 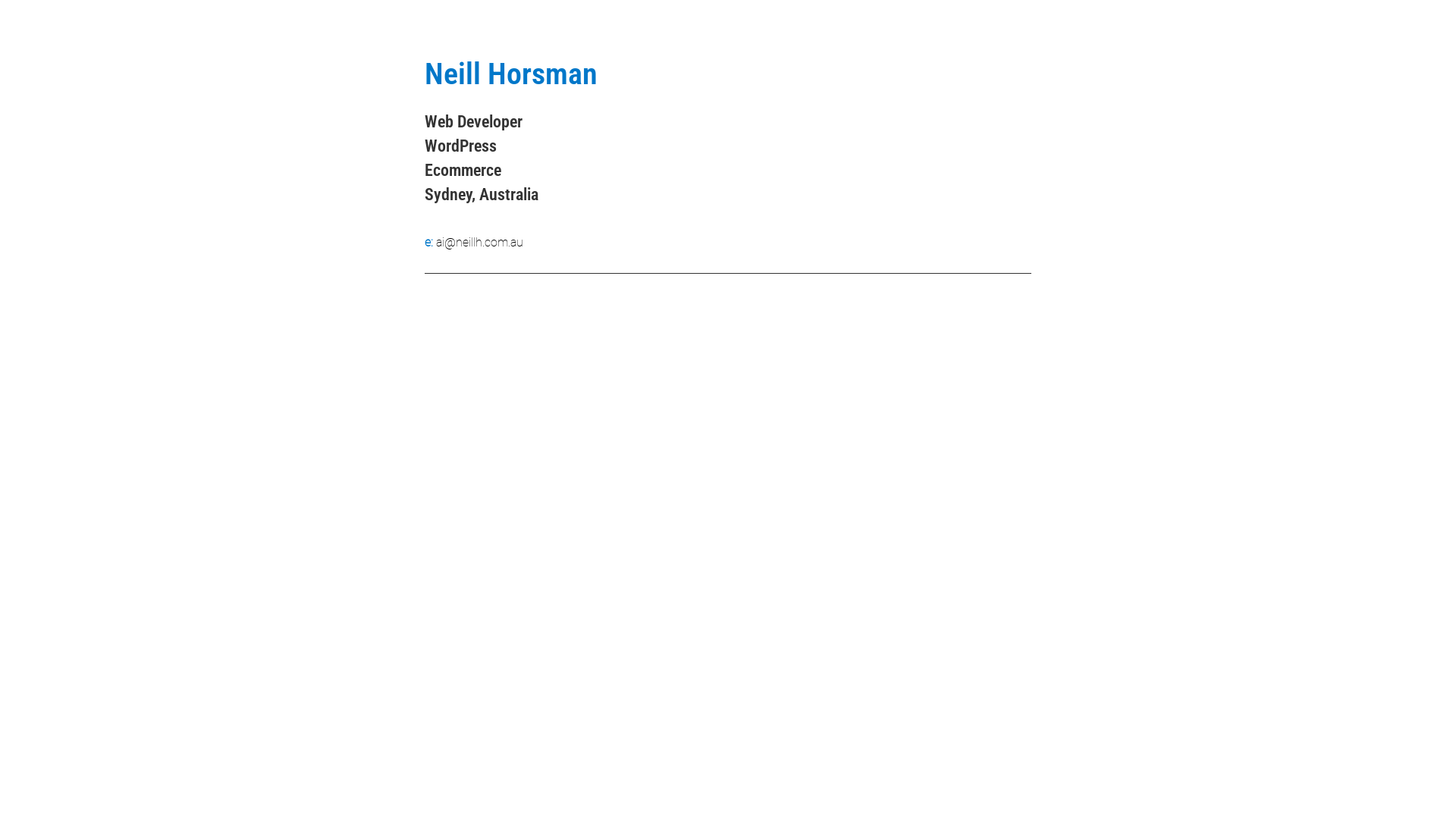 I want to click on 'ai@neillh.com.au', so click(x=479, y=241).